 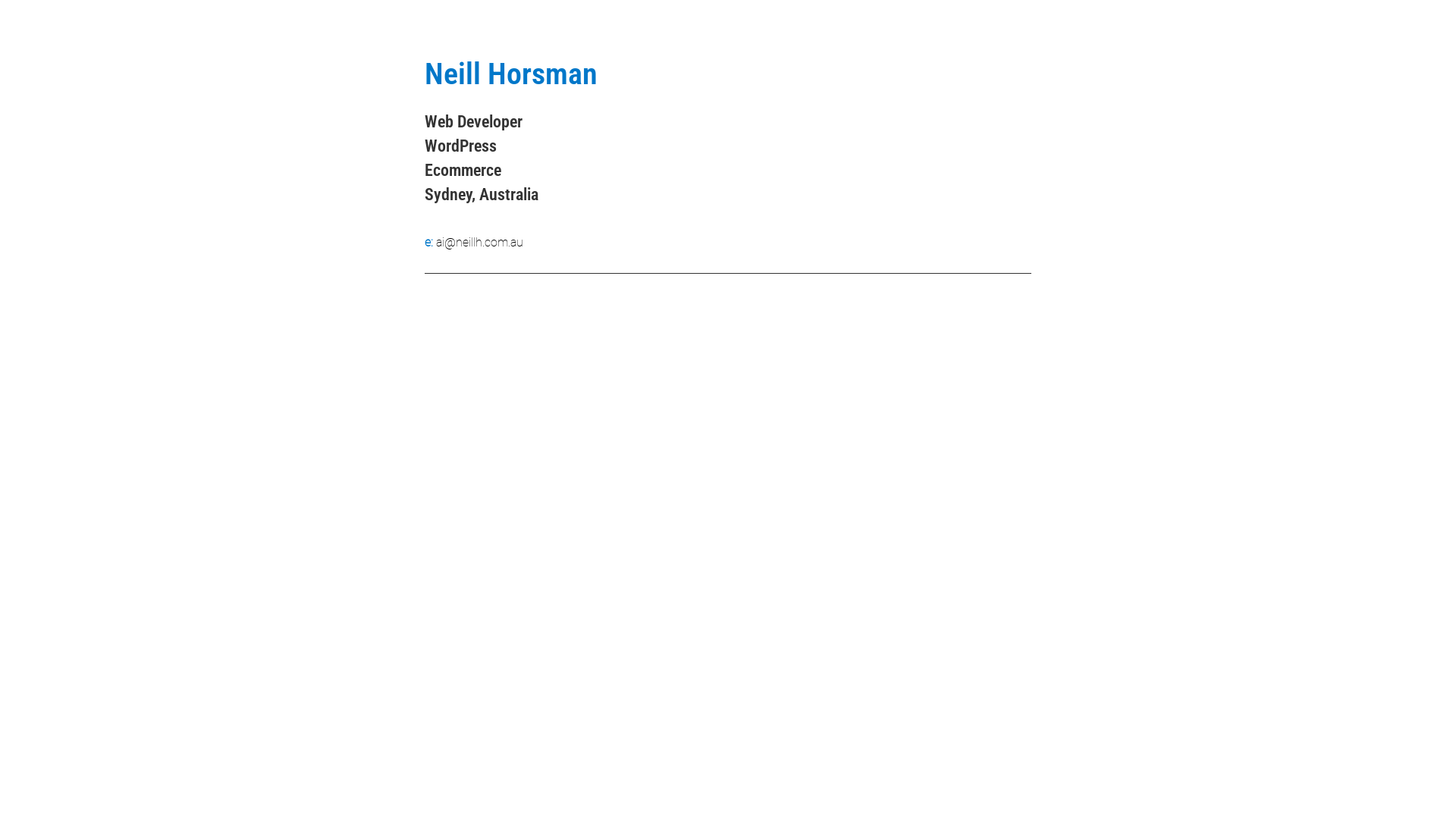 I want to click on 'ai@neillh.com.au', so click(x=479, y=241).